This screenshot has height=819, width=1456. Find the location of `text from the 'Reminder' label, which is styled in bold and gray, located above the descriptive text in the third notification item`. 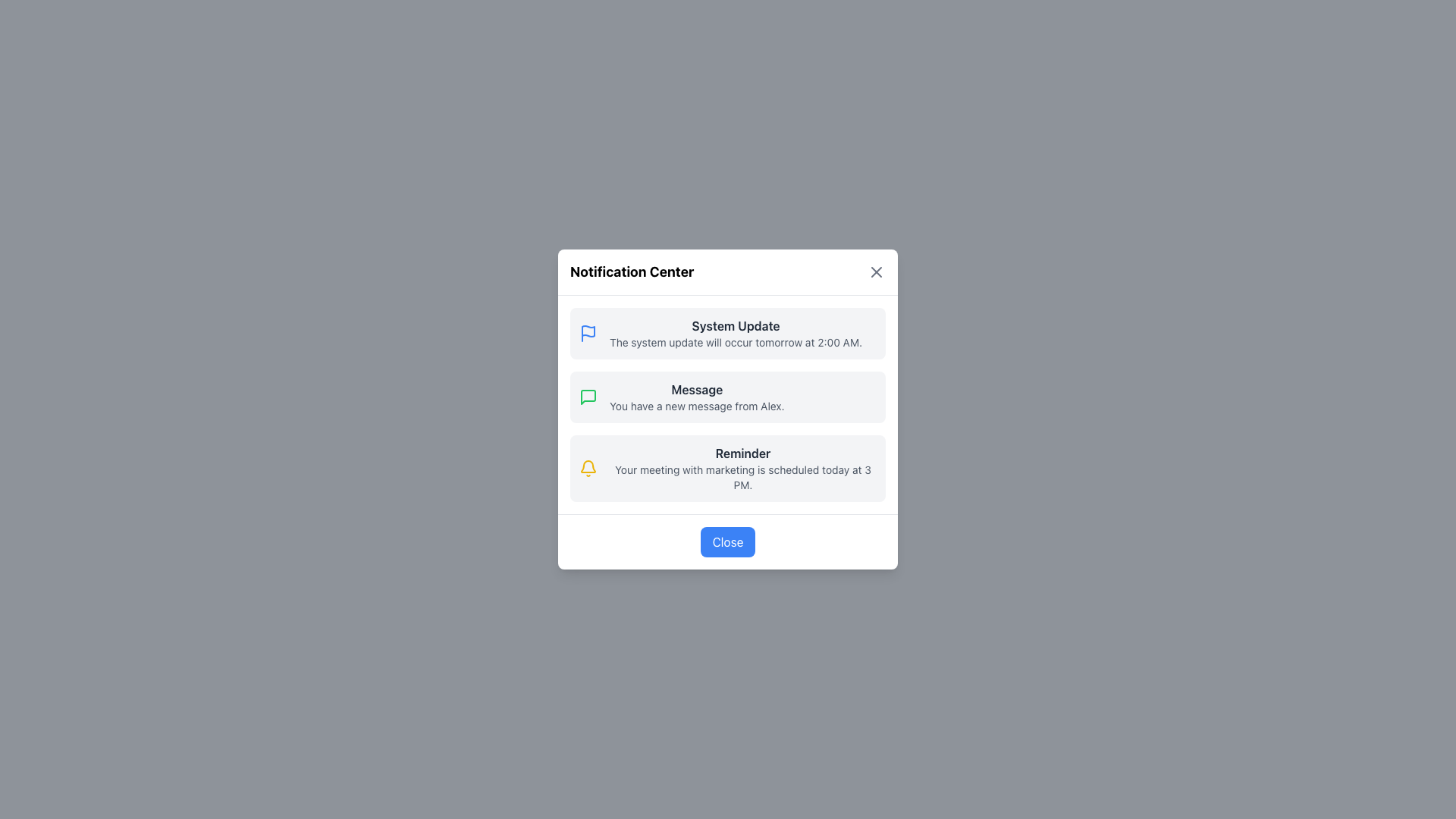

text from the 'Reminder' label, which is styled in bold and gray, located above the descriptive text in the third notification item is located at coordinates (742, 452).